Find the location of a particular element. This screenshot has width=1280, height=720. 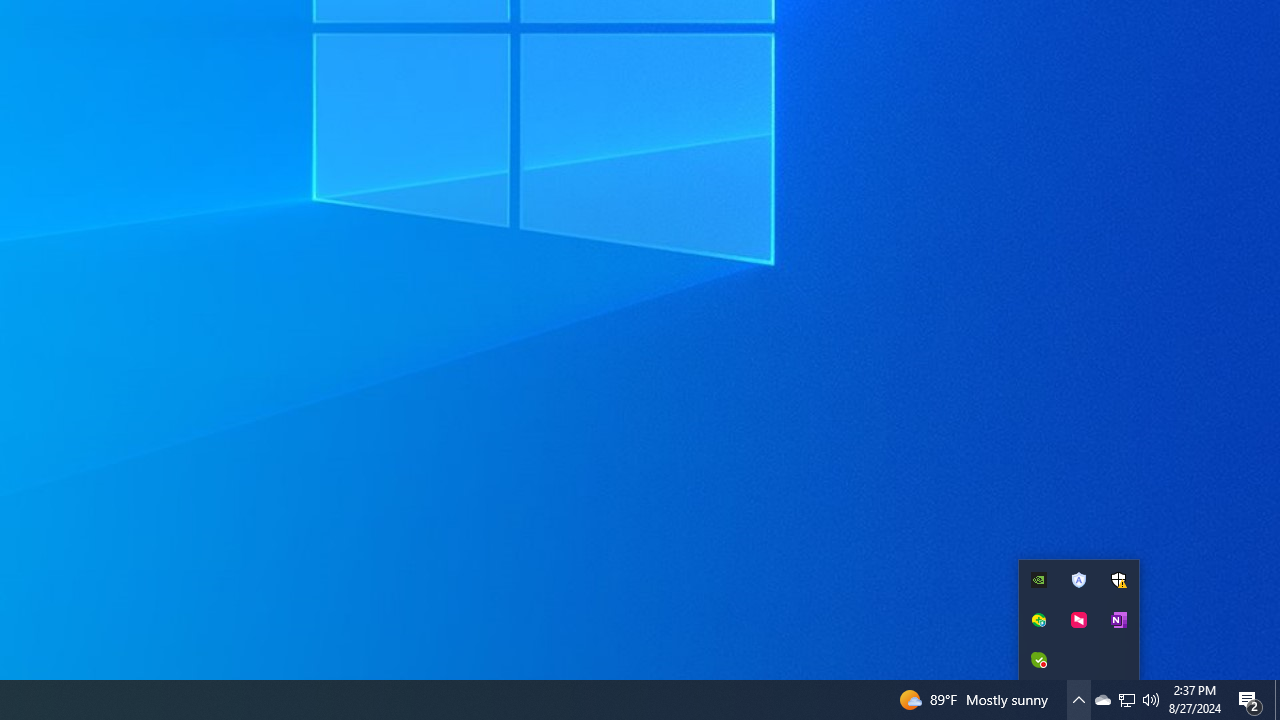

'Overflow Notification Area' is located at coordinates (1078, 618).